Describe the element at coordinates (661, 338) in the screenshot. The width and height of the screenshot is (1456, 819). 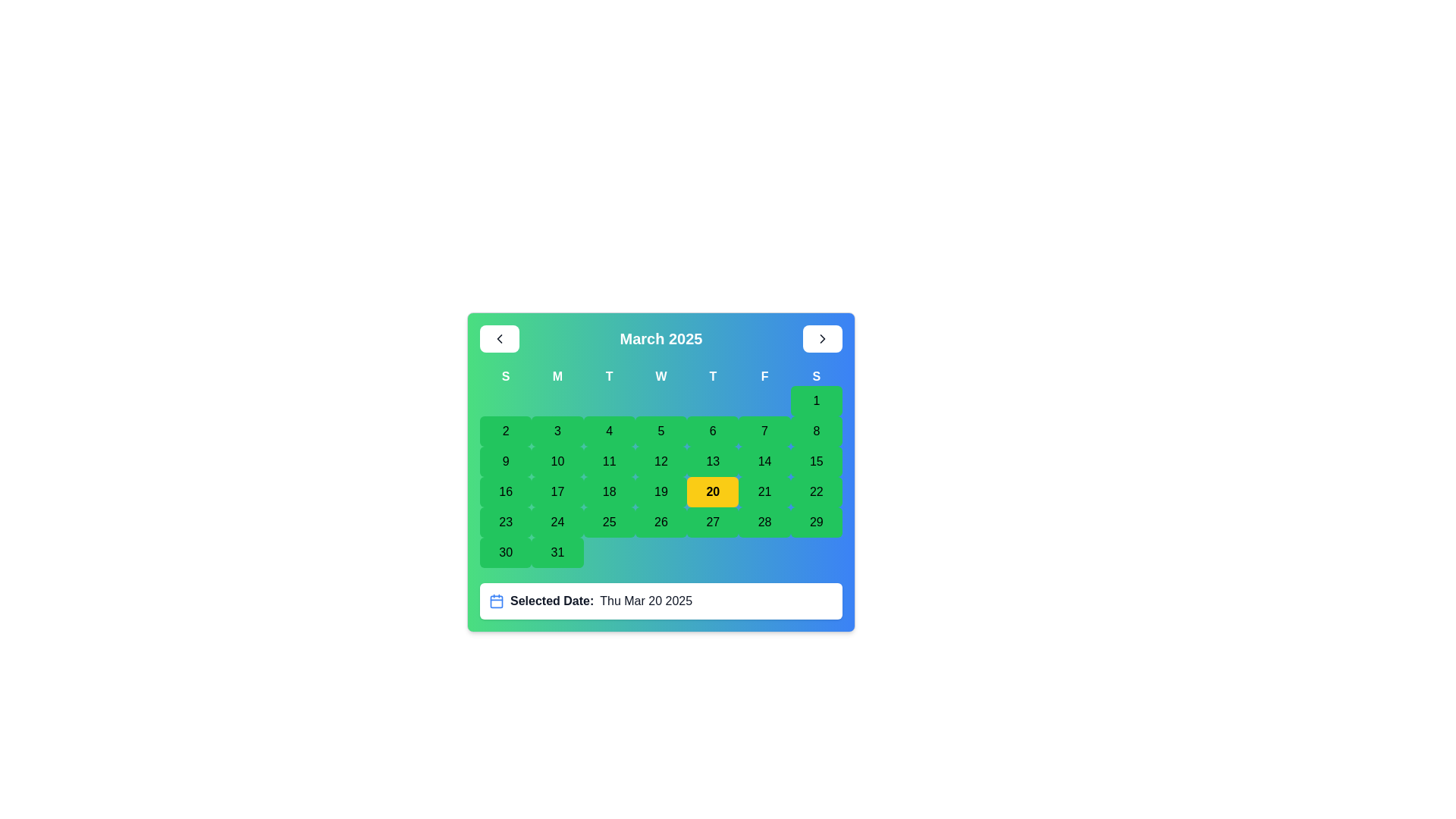
I see `the text label displaying 'March 2025' that is centrally located at the top of the calendar interface` at that location.